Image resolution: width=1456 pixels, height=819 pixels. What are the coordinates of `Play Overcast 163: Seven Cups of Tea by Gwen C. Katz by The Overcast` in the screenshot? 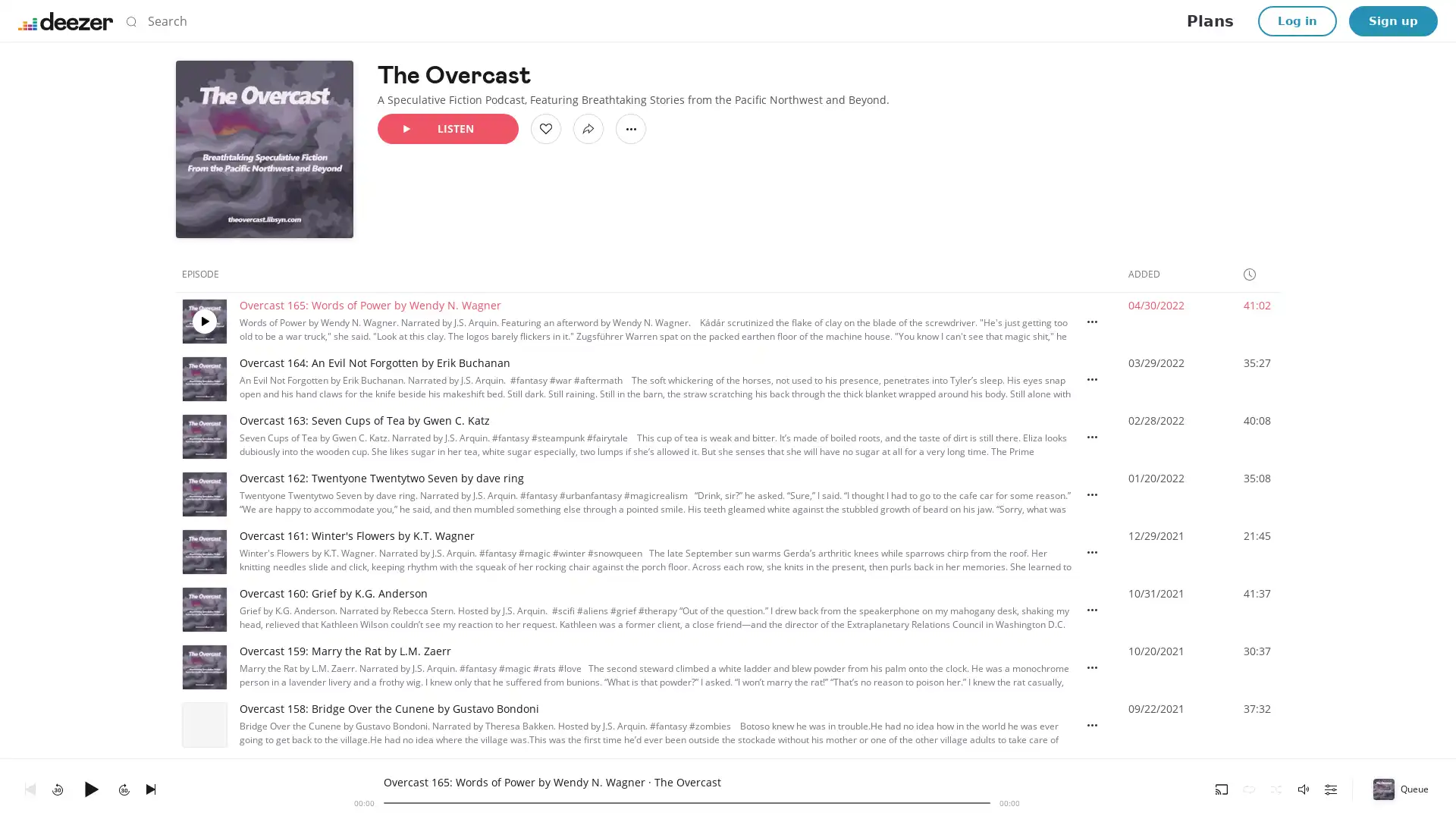 It's located at (203, 436).